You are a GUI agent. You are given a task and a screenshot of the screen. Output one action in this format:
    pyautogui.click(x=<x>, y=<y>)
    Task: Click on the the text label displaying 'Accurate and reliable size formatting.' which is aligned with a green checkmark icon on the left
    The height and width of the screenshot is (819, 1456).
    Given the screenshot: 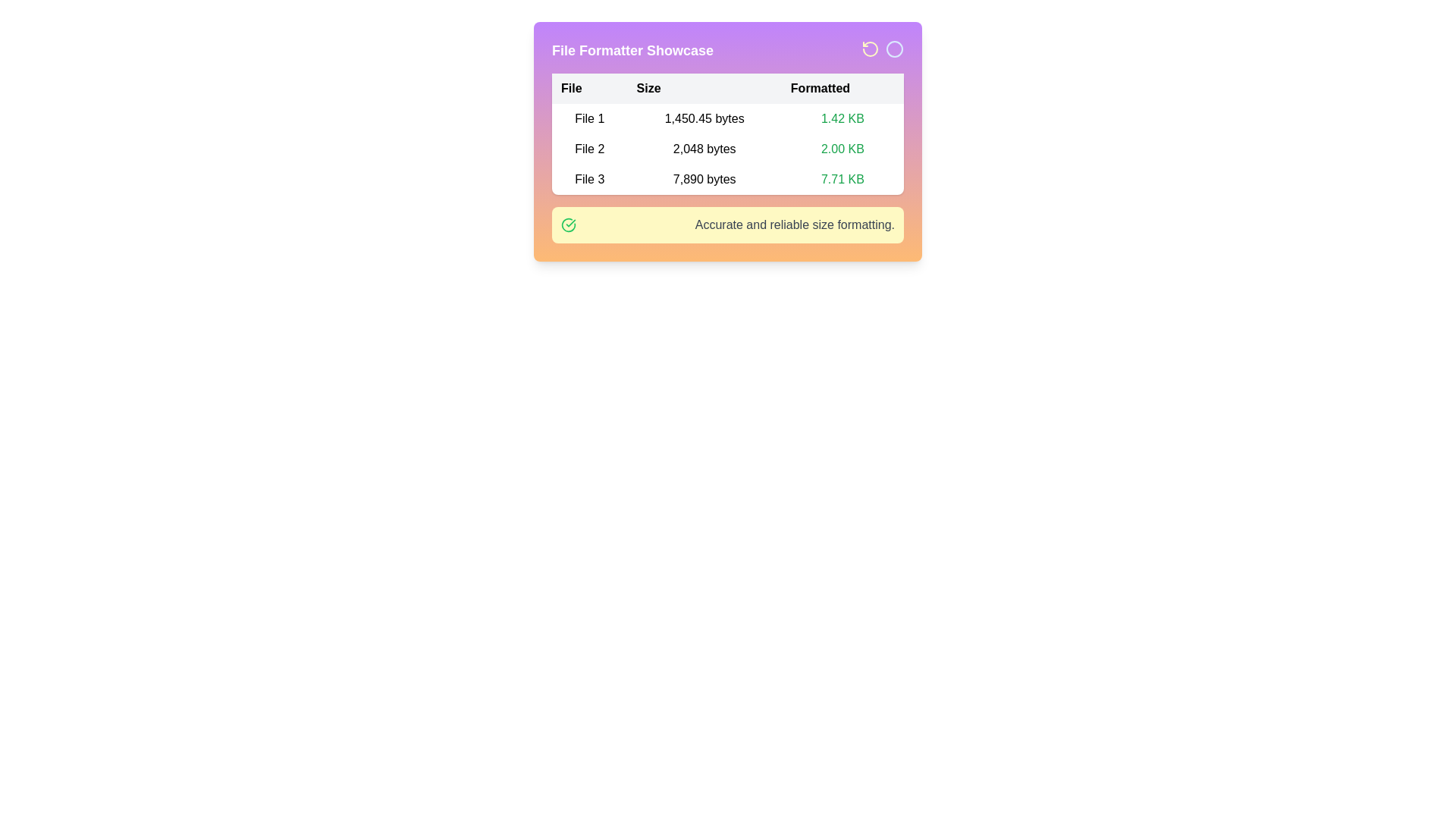 What is the action you would take?
    pyautogui.click(x=794, y=225)
    